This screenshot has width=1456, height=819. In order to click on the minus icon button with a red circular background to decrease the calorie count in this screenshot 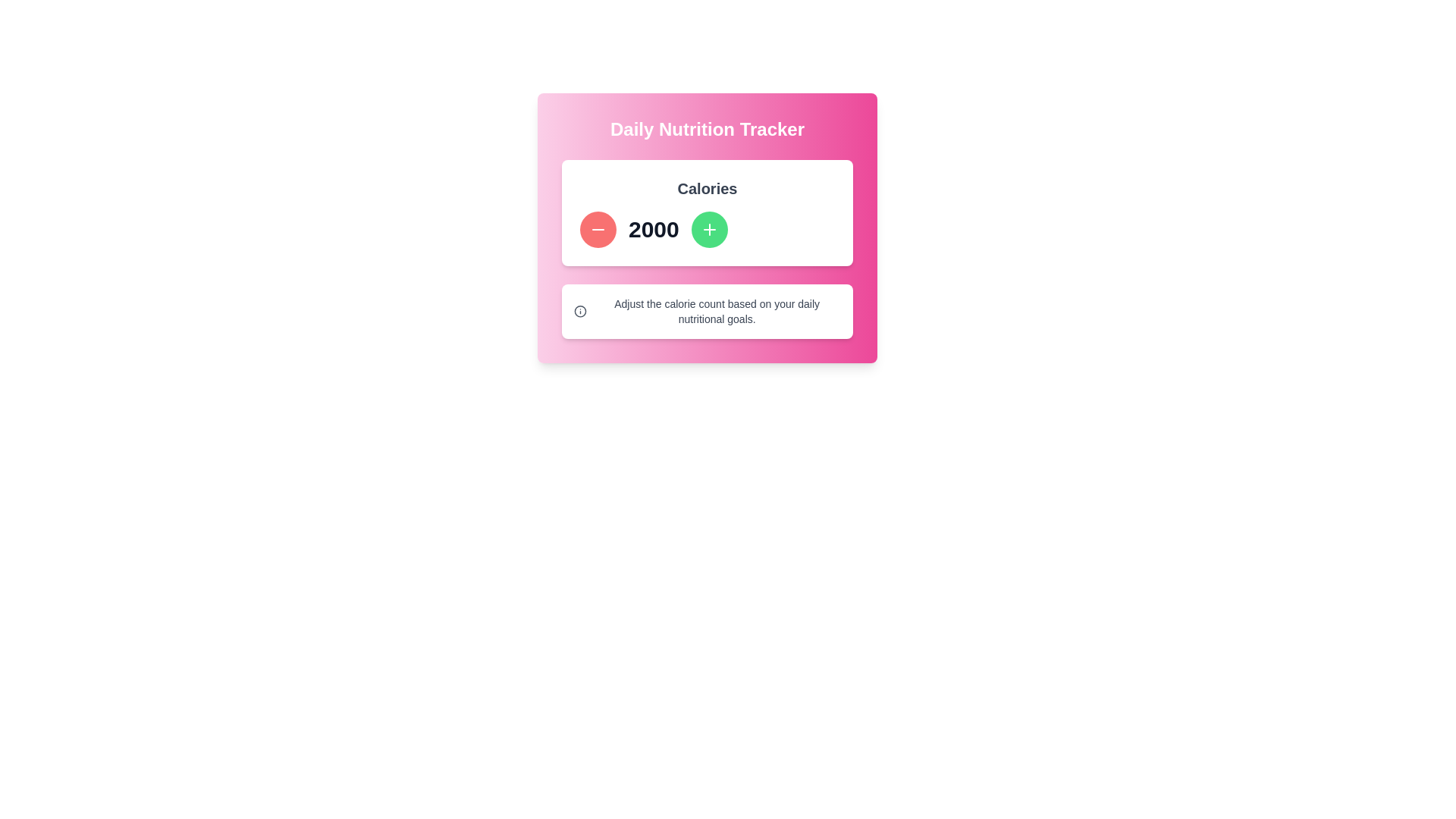, I will do `click(597, 230)`.